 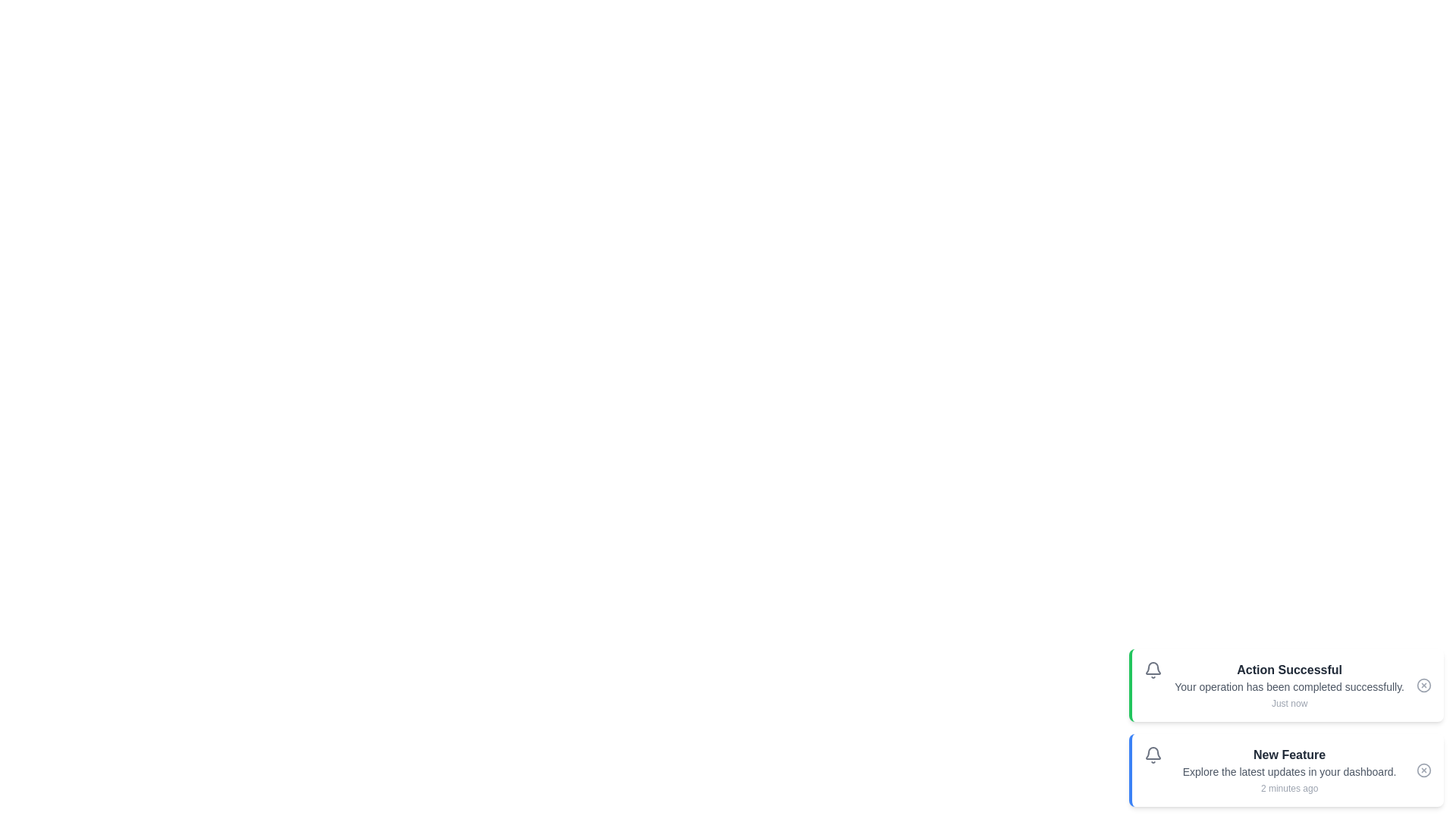 What do you see at coordinates (1288, 685) in the screenshot?
I see `the text block within the top notification card that indicates a successful action, located next to the bell icon on the left and the 'X' close button on the right` at bounding box center [1288, 685].